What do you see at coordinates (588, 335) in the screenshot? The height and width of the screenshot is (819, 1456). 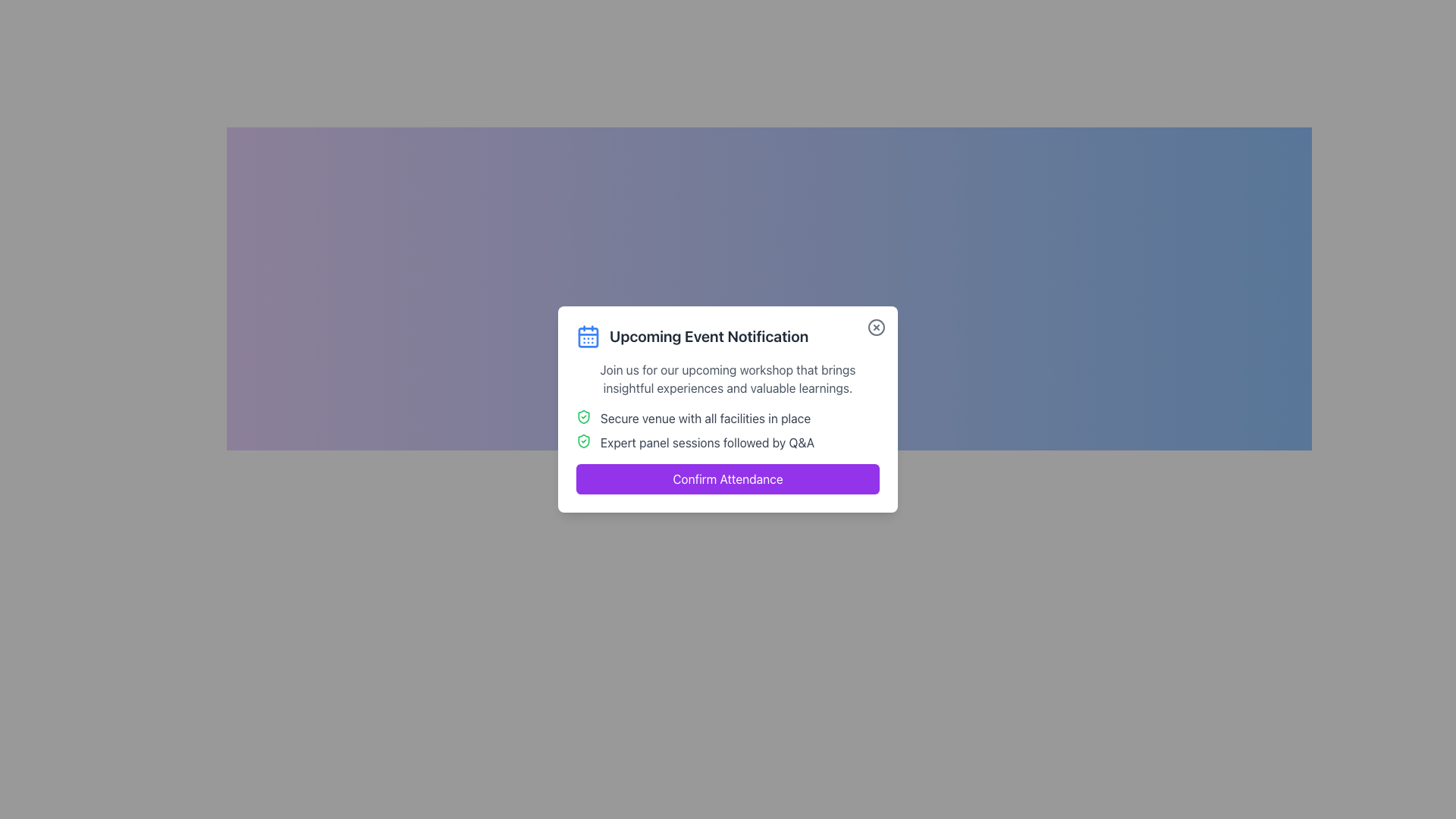 I see `the blue calendar icon located to the left of the heading text 'Upcoming Event Notification'` at bounding box center [588, 335].